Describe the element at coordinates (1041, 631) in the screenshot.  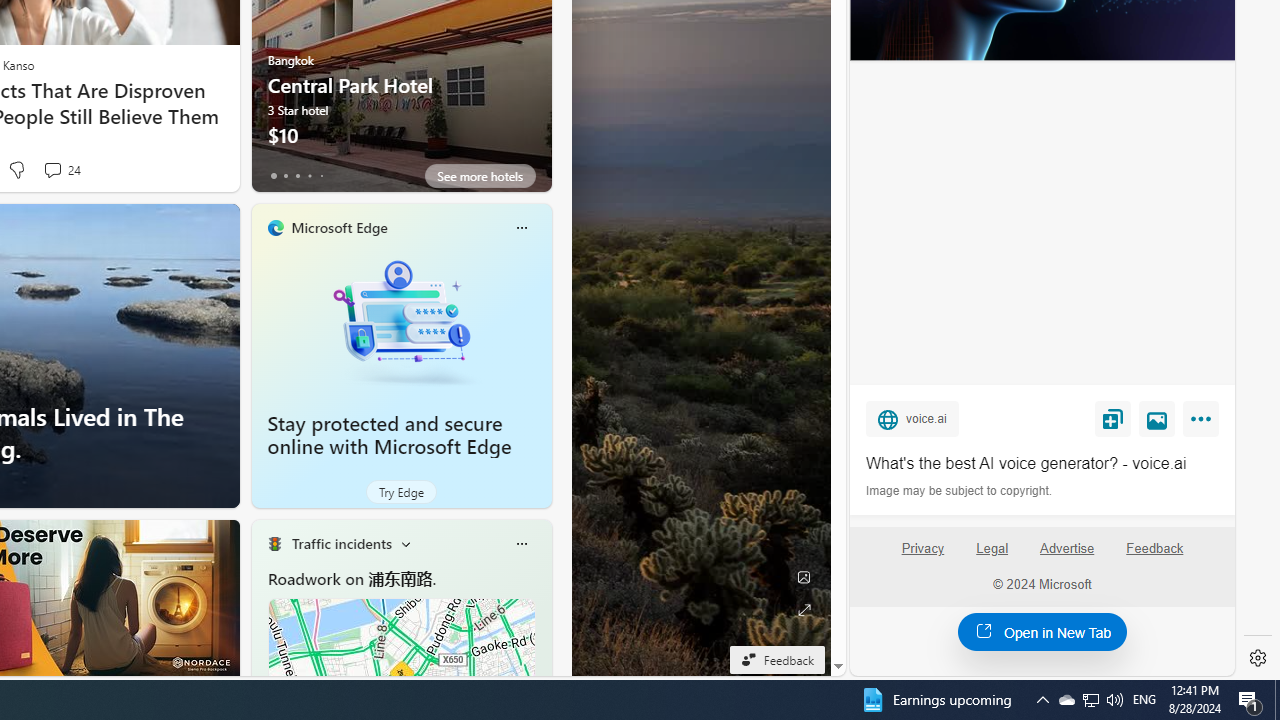
I see `'Open in New Tab'` at that location.